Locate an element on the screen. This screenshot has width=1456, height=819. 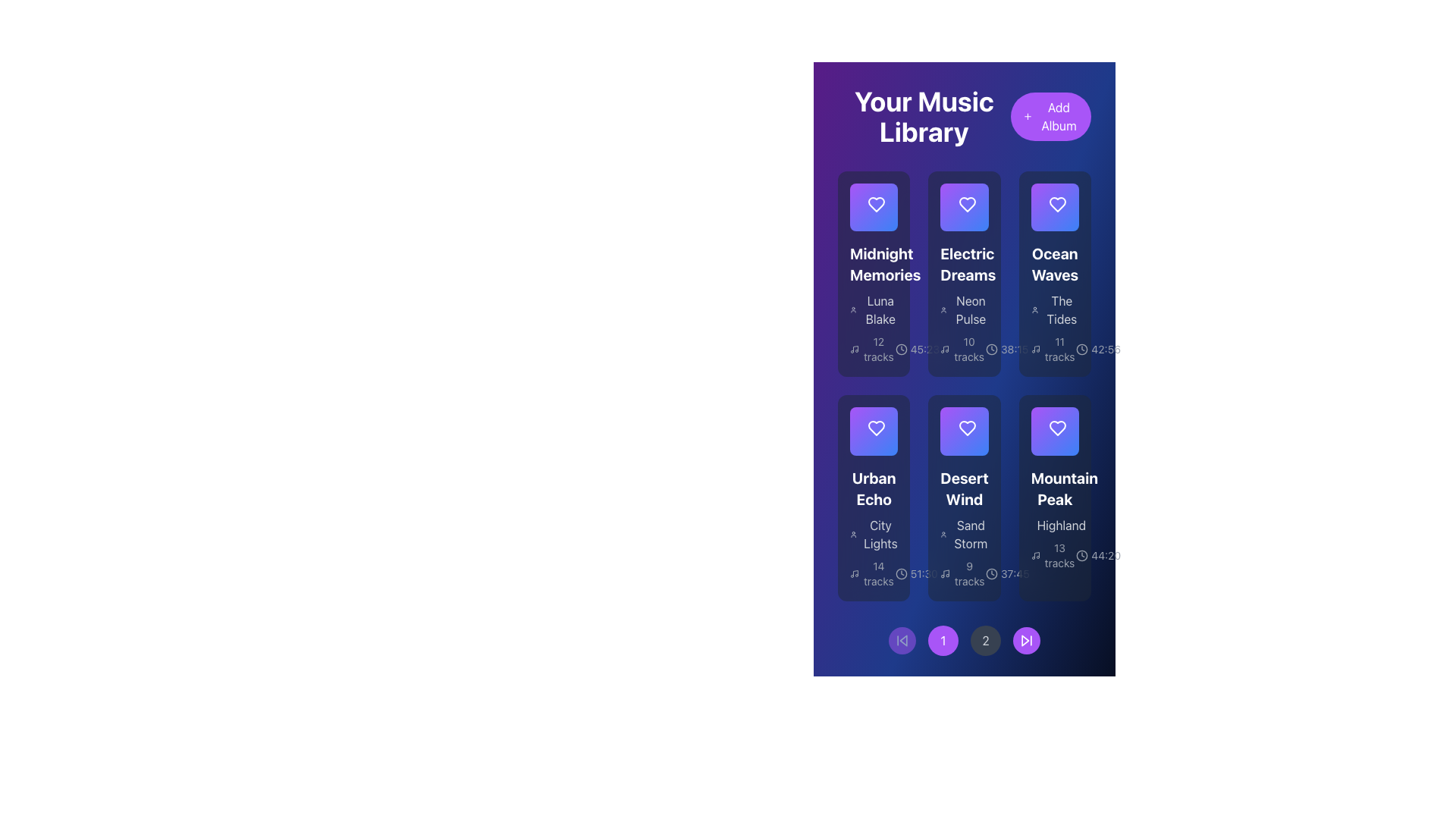
text content of the text label displaying 'City Lights' in white color on a dark blue background, positioned under the title 'Urban Echo' in the grid is located at coordinates (880, 533).